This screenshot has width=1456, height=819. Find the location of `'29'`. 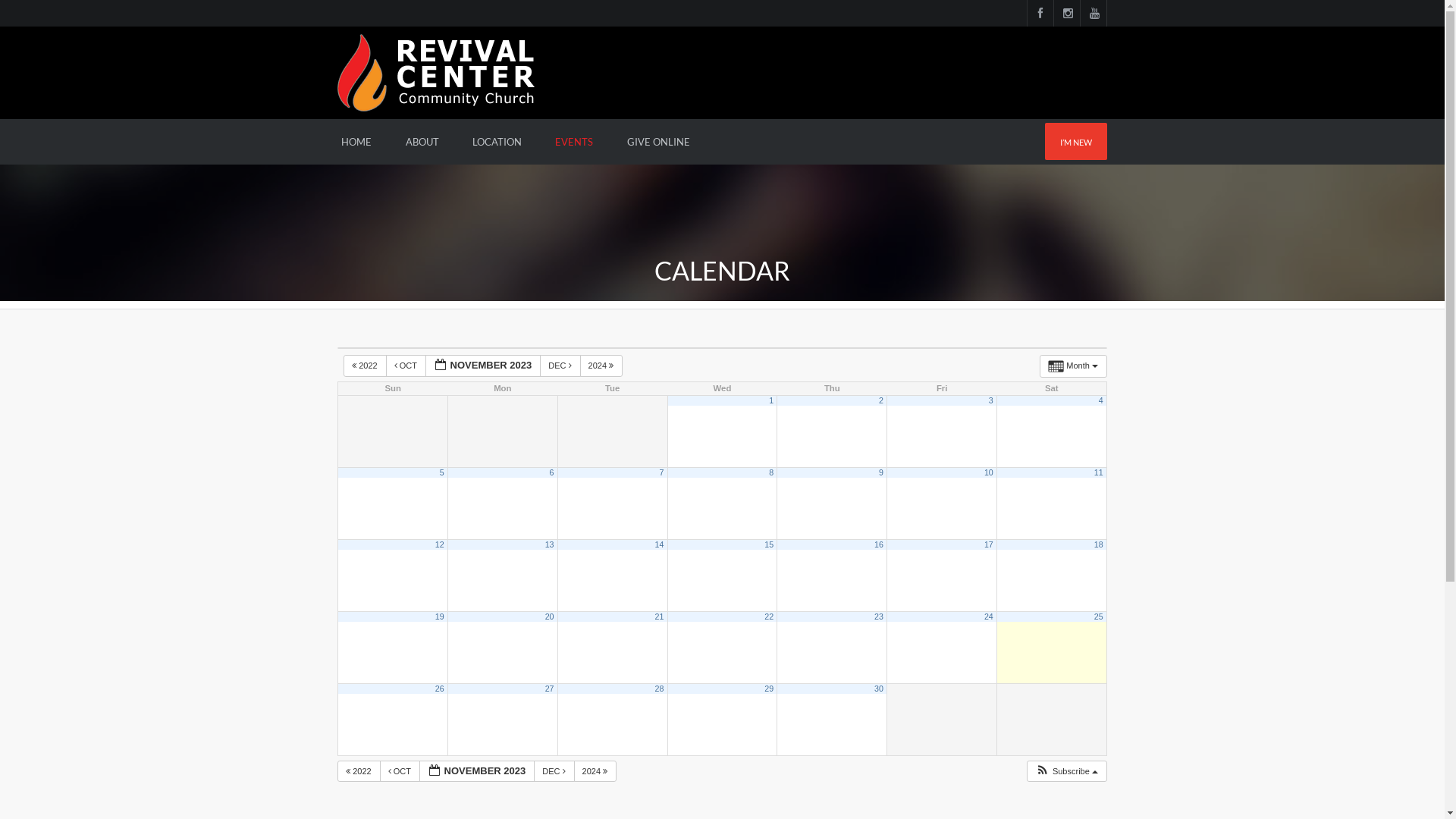

'29' is located at coordinates (768, 688).